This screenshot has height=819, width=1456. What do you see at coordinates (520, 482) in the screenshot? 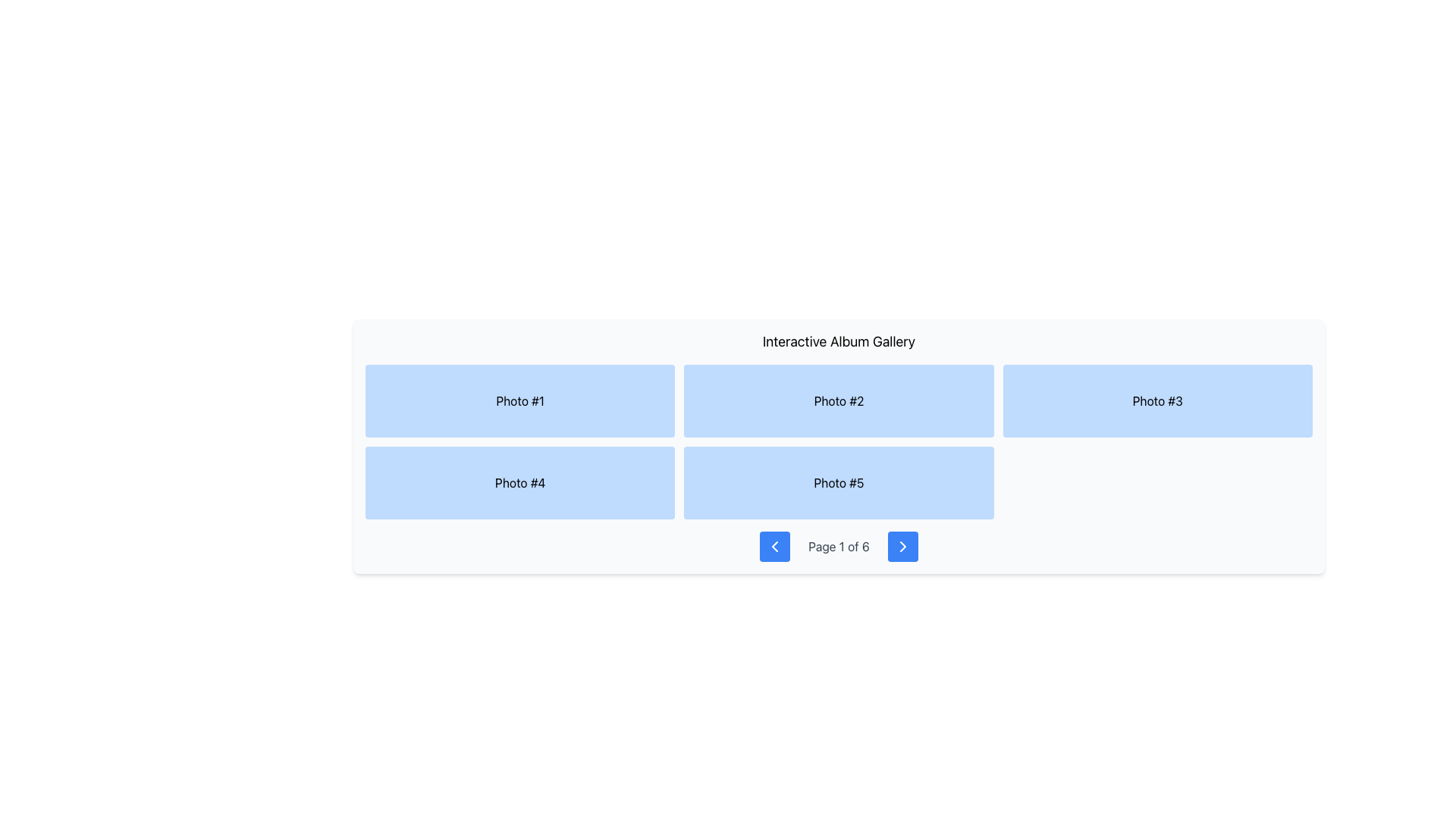
I see `the static display box representing 'Photo #4', which is the fourth item in a grid of photo thumbnails located in the second row, first column` at bounding box center [520, 482].